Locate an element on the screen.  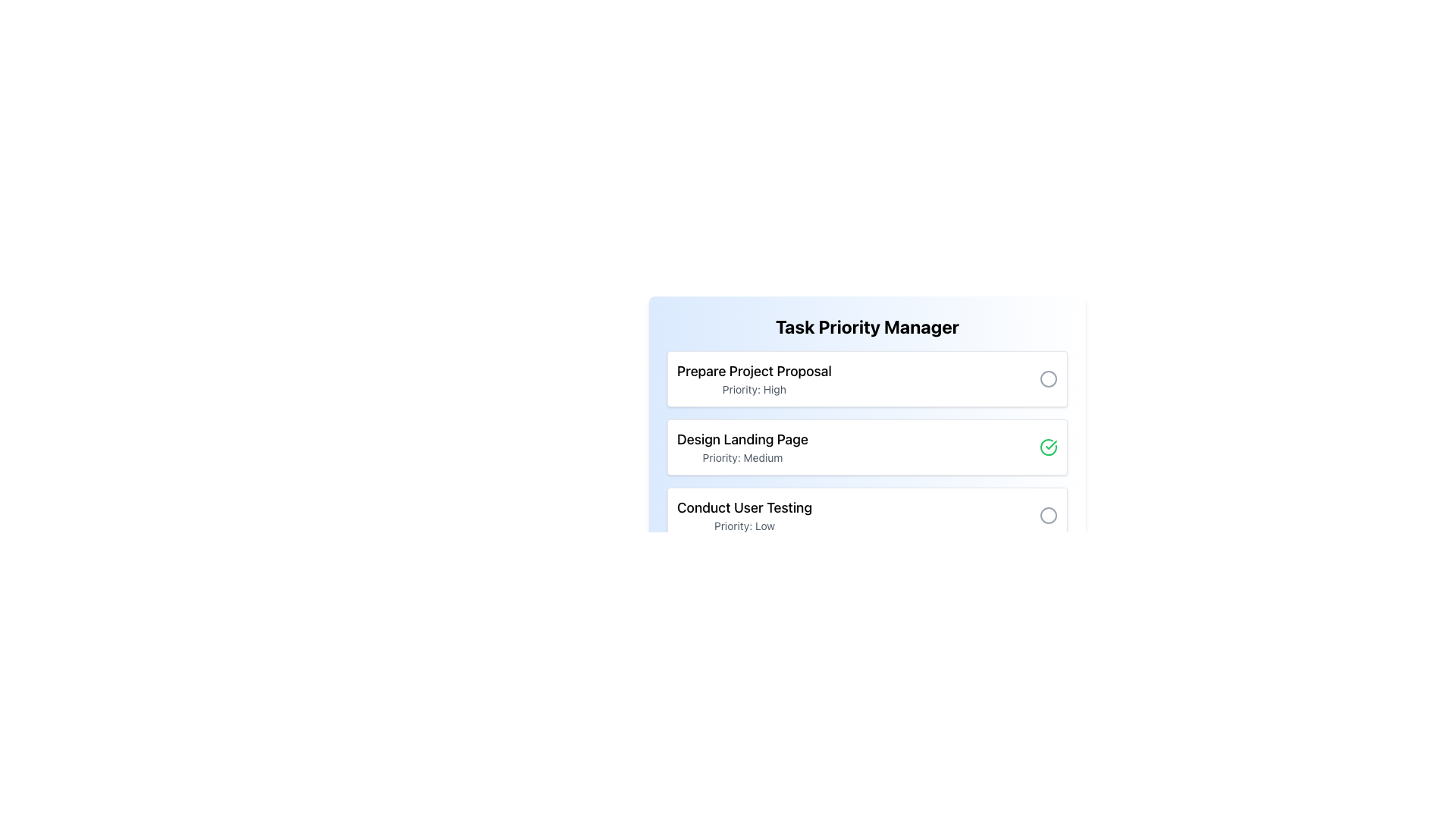
static text element that displays 'Priority: Low', which is styled in a smaller gray font and located directly below the heading 'Conduct User Testing' is located at coordinates (745, 526).